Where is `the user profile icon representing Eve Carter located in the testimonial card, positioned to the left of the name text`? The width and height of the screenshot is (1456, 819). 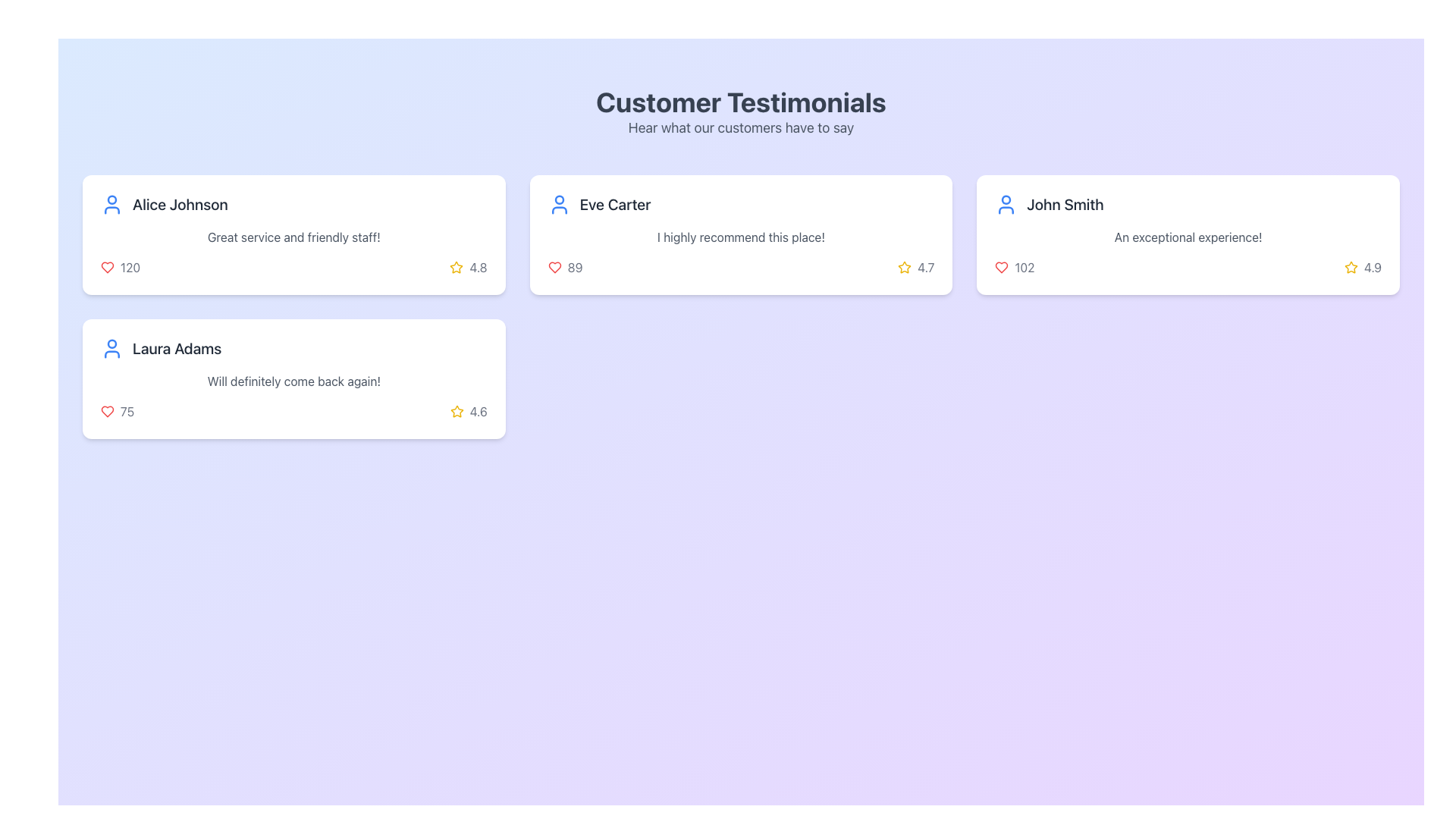 the user profile icon representing Eve Carter located in the testimonial card, positioned to the left of the name text is located at coordinates (558, 210).